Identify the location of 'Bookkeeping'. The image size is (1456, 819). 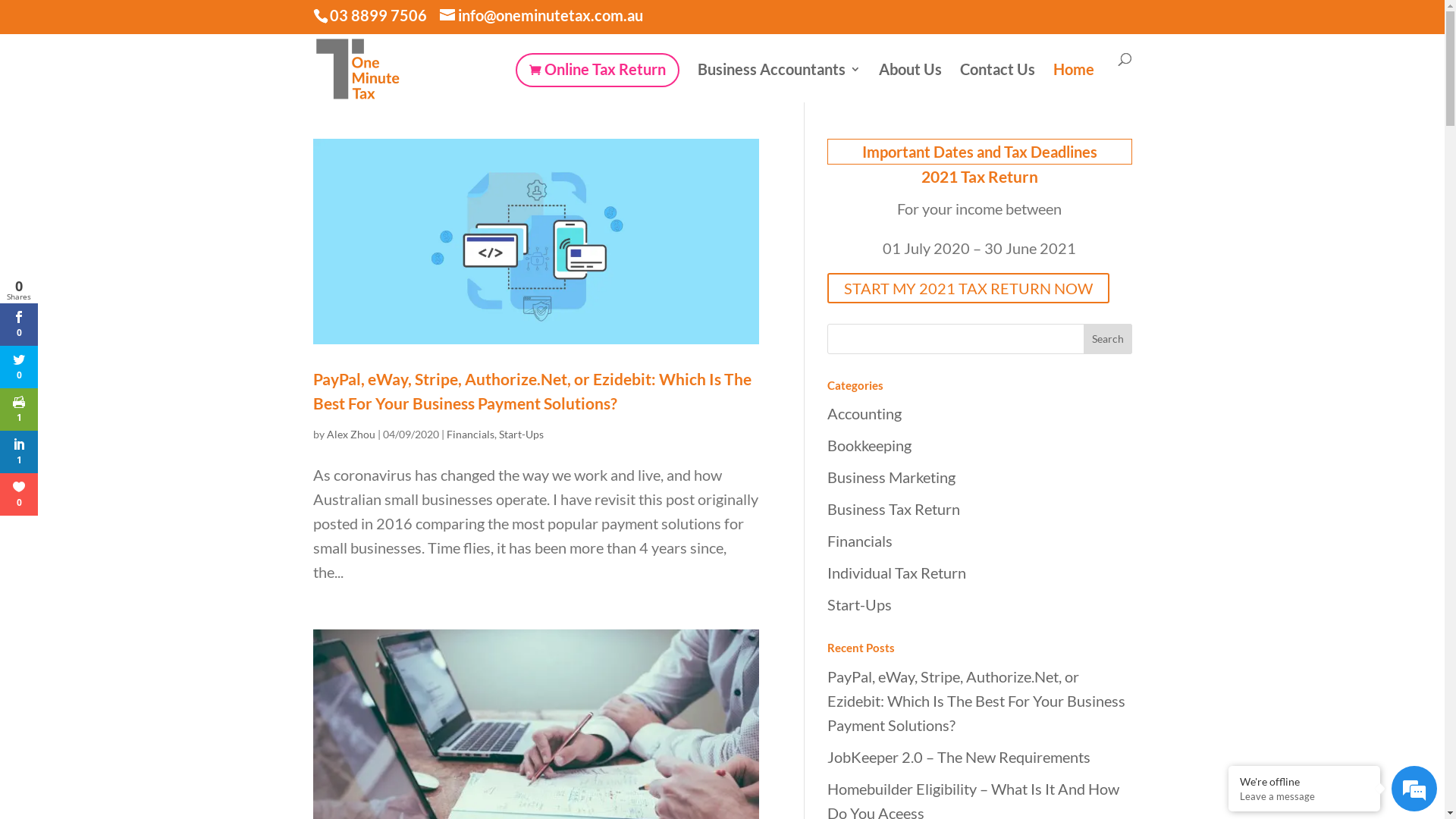
(868, 444).